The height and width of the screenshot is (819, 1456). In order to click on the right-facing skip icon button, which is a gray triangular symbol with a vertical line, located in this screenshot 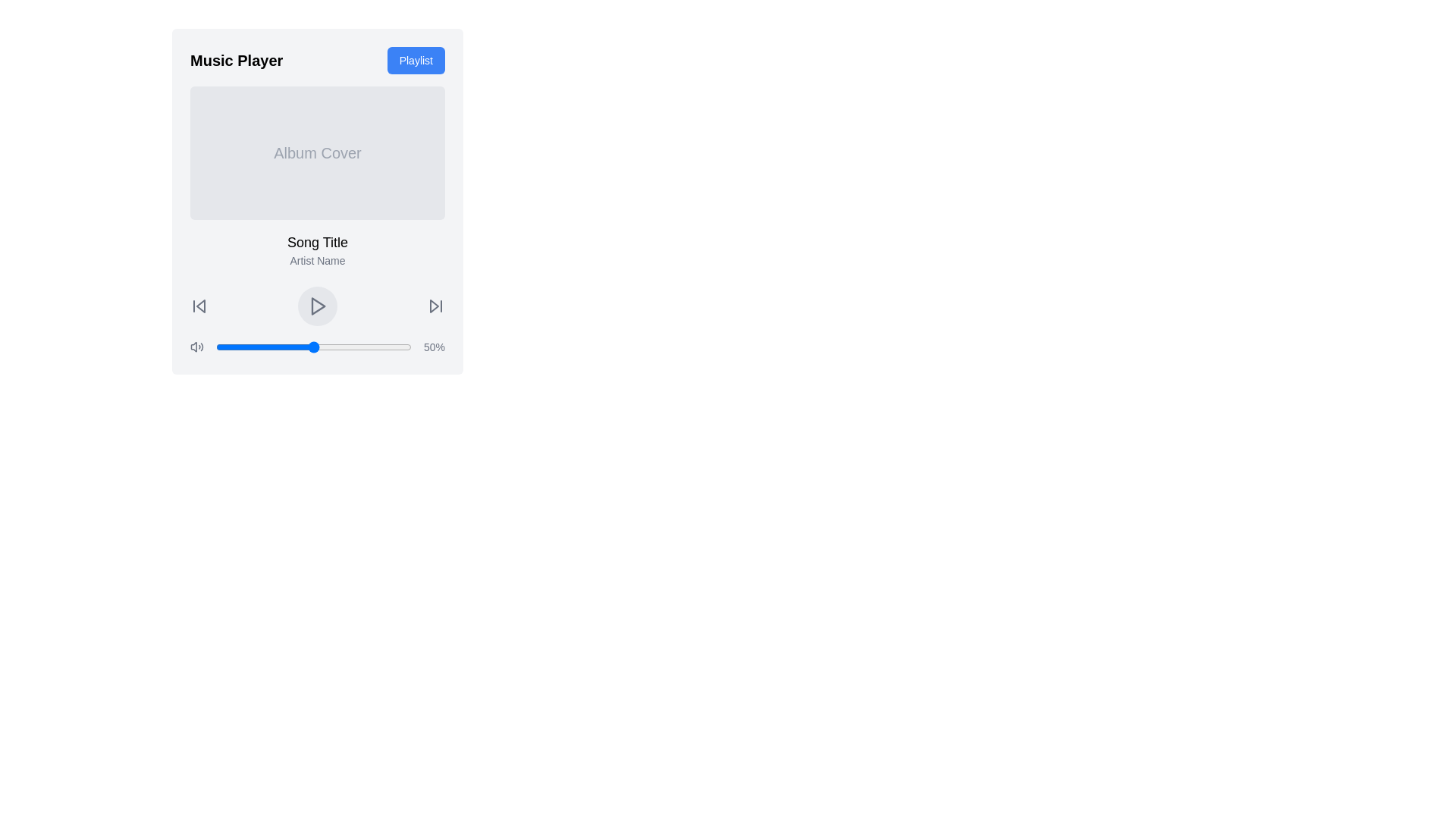, I will do `click(435, 306)`.